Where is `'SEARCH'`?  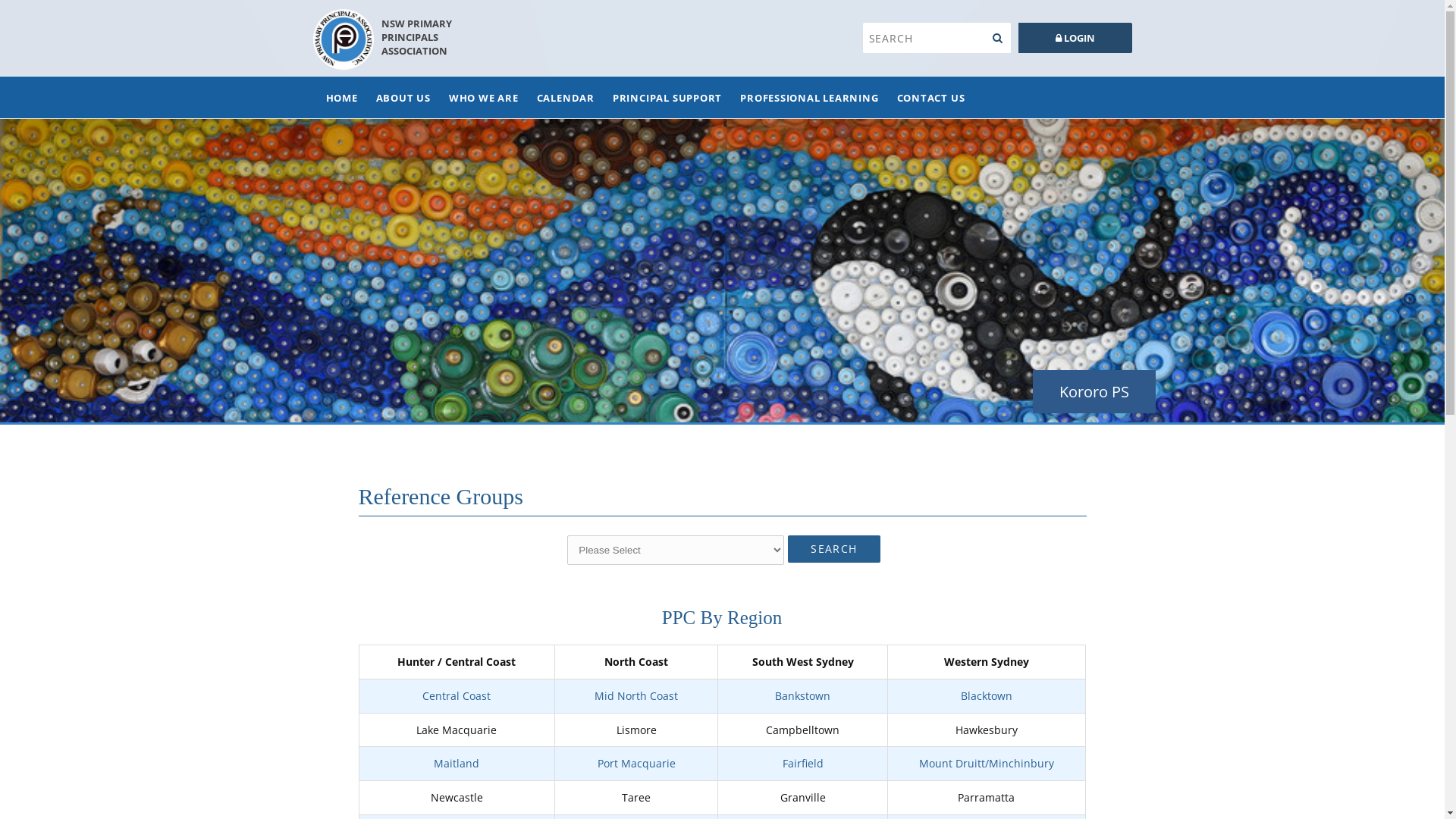 'SEARCH' is located at coordinates (833, 549).